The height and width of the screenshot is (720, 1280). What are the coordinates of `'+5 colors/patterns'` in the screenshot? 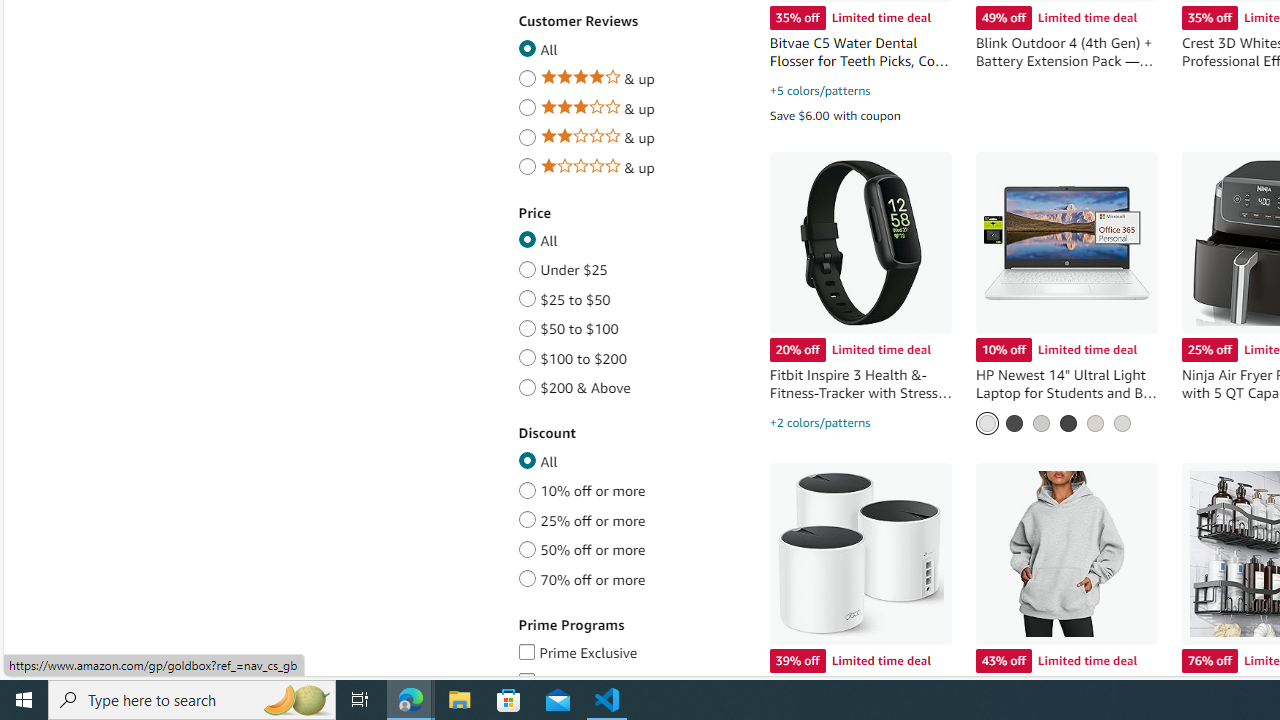 It's located at (819, 91).